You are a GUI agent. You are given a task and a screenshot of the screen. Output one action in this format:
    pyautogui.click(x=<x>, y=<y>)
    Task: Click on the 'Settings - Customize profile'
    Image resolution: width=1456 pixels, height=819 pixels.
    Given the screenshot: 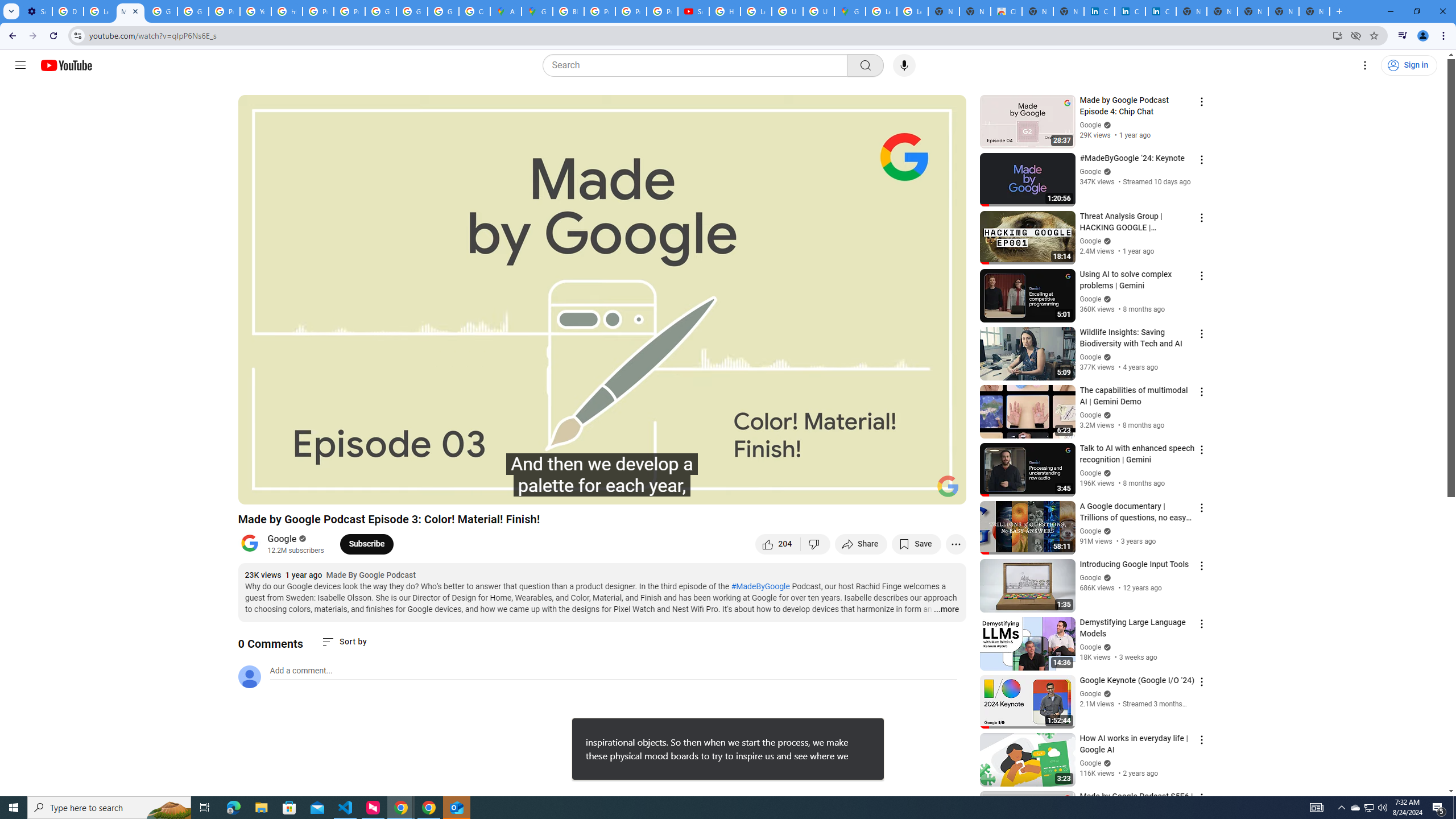 What is the action you would take?
    pyautogui.click(x=36, y=11)
    